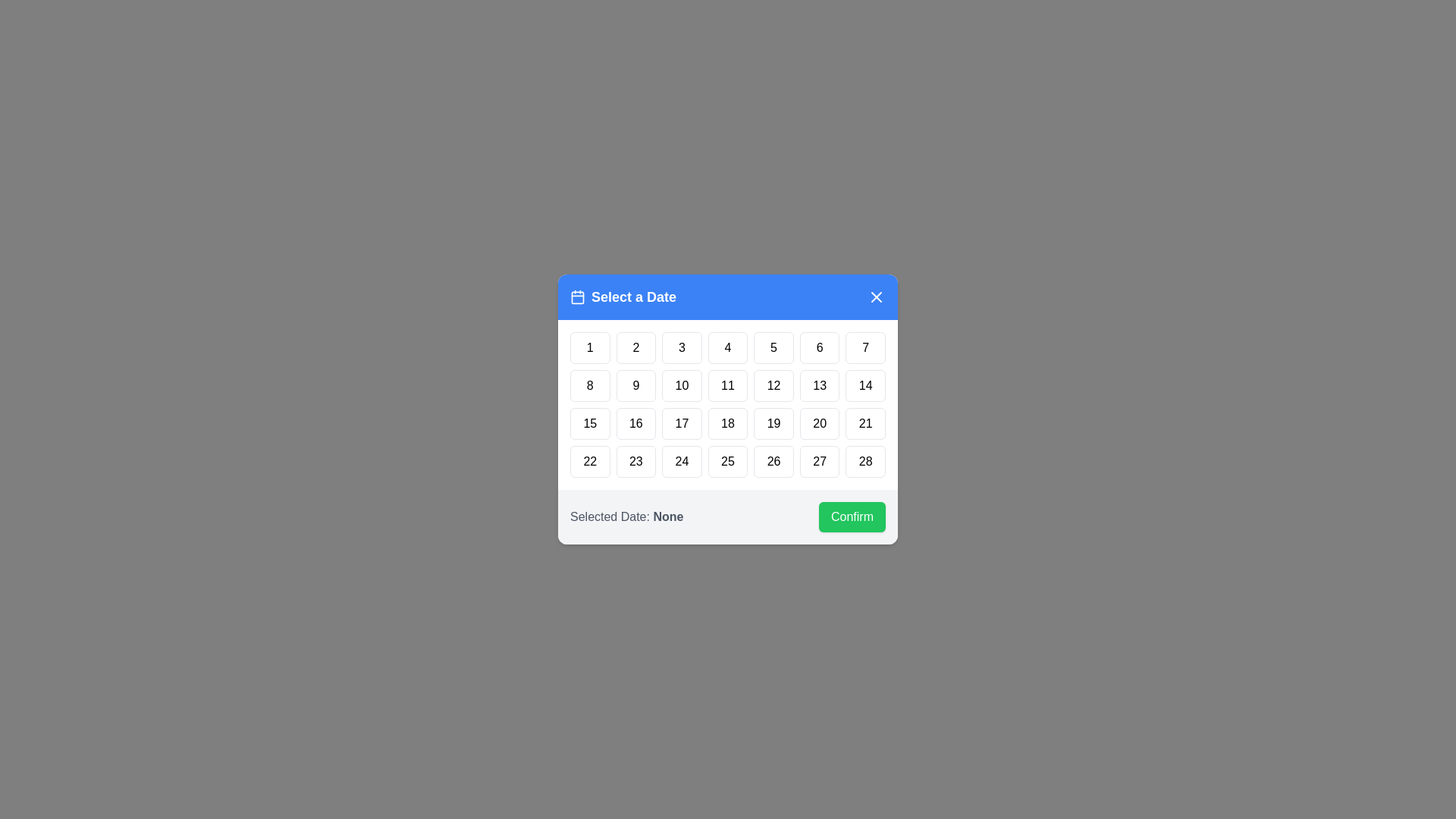 The width and height of the screenshot is (1456, 819). I want to click on the button representing the day 24 to select that date, so click(680, 461).